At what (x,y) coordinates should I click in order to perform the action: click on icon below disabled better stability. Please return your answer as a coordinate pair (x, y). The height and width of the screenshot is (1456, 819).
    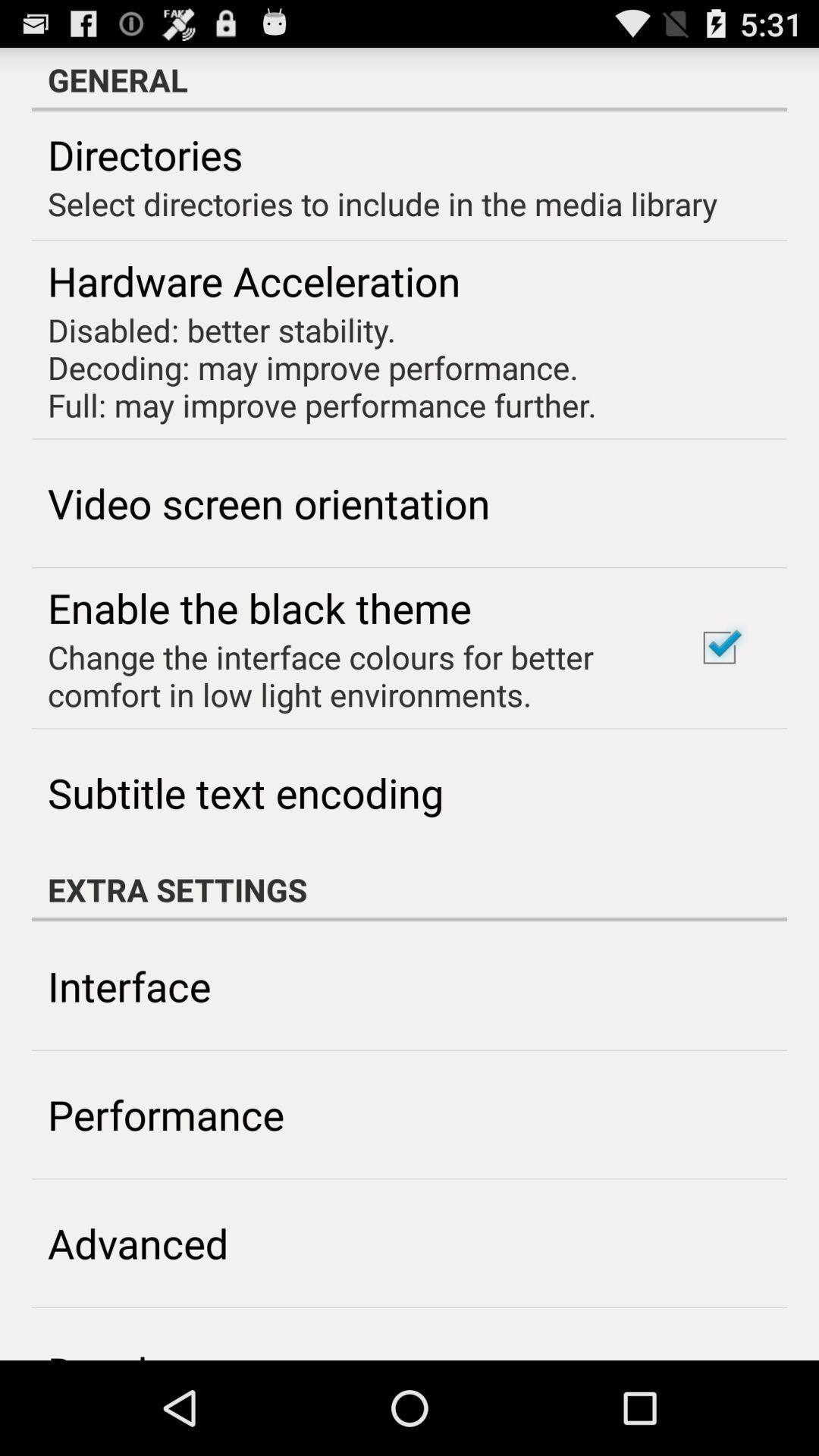
    Looking at the image, I should click on (268, 503).